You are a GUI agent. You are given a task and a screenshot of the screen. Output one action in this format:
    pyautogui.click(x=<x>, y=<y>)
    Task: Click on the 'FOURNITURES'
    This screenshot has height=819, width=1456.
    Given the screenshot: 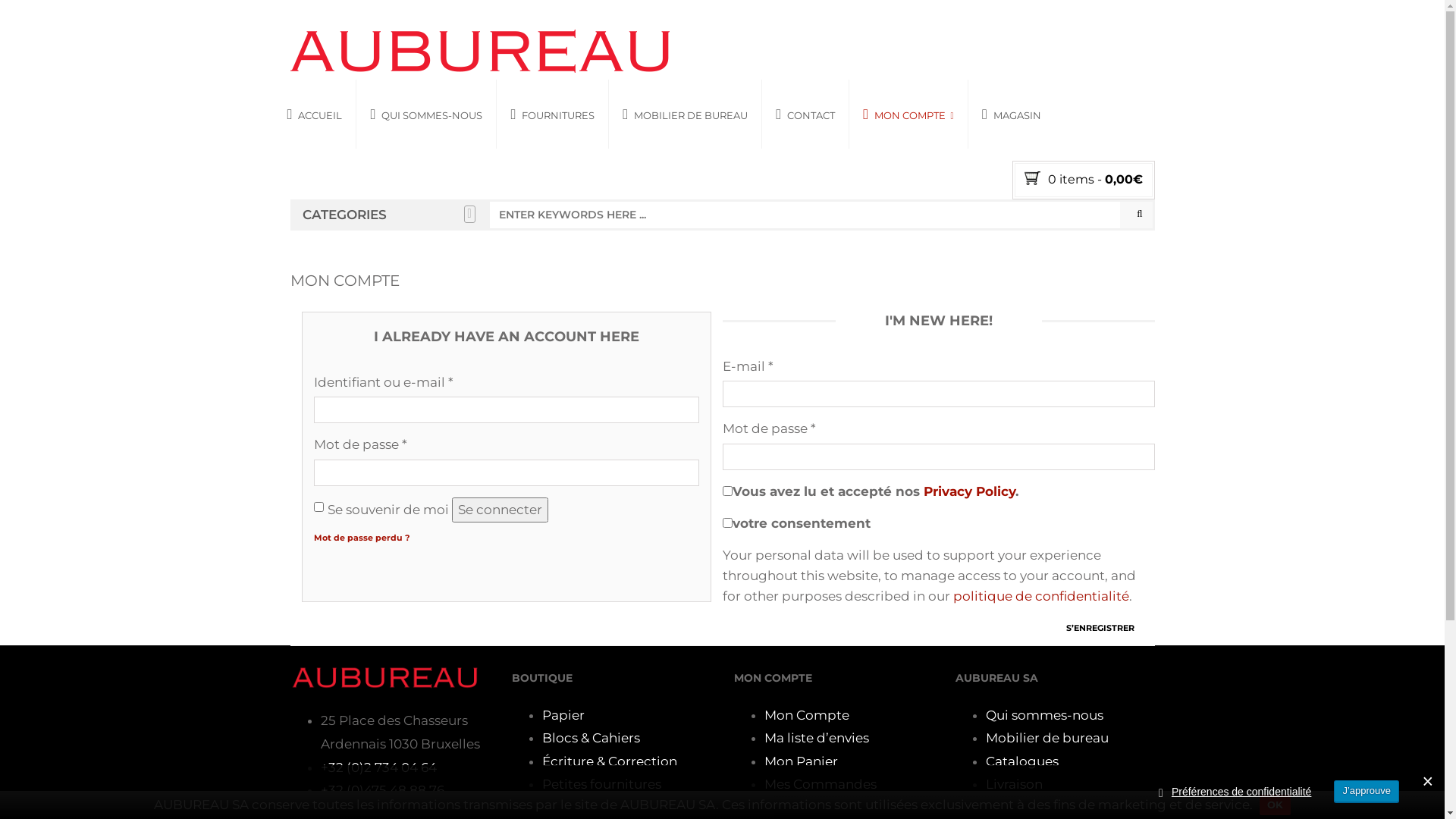 What is the action you would take?
    pyautogui.click(x=551, y=113)
    